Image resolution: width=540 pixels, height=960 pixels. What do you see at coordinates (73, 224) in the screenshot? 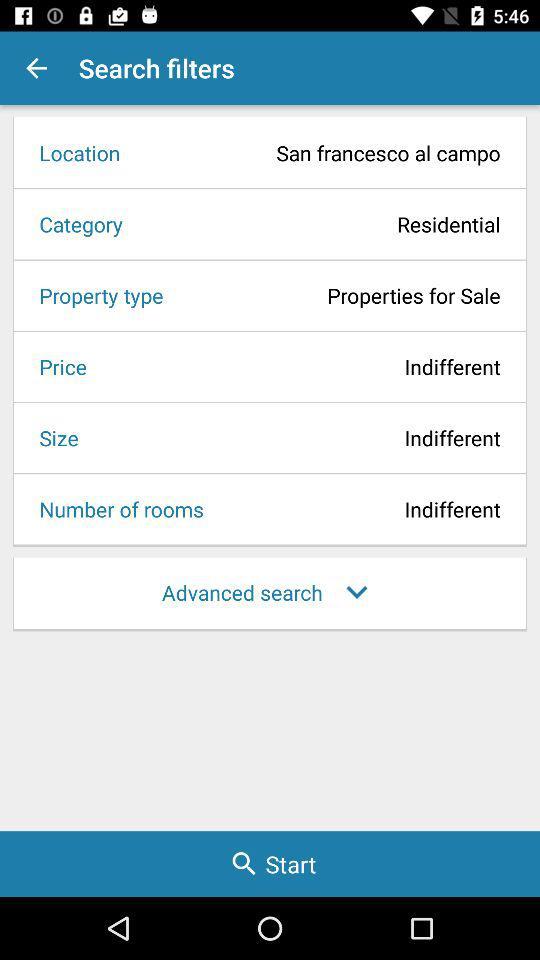
I see `category` at bounding box center [73, 224].